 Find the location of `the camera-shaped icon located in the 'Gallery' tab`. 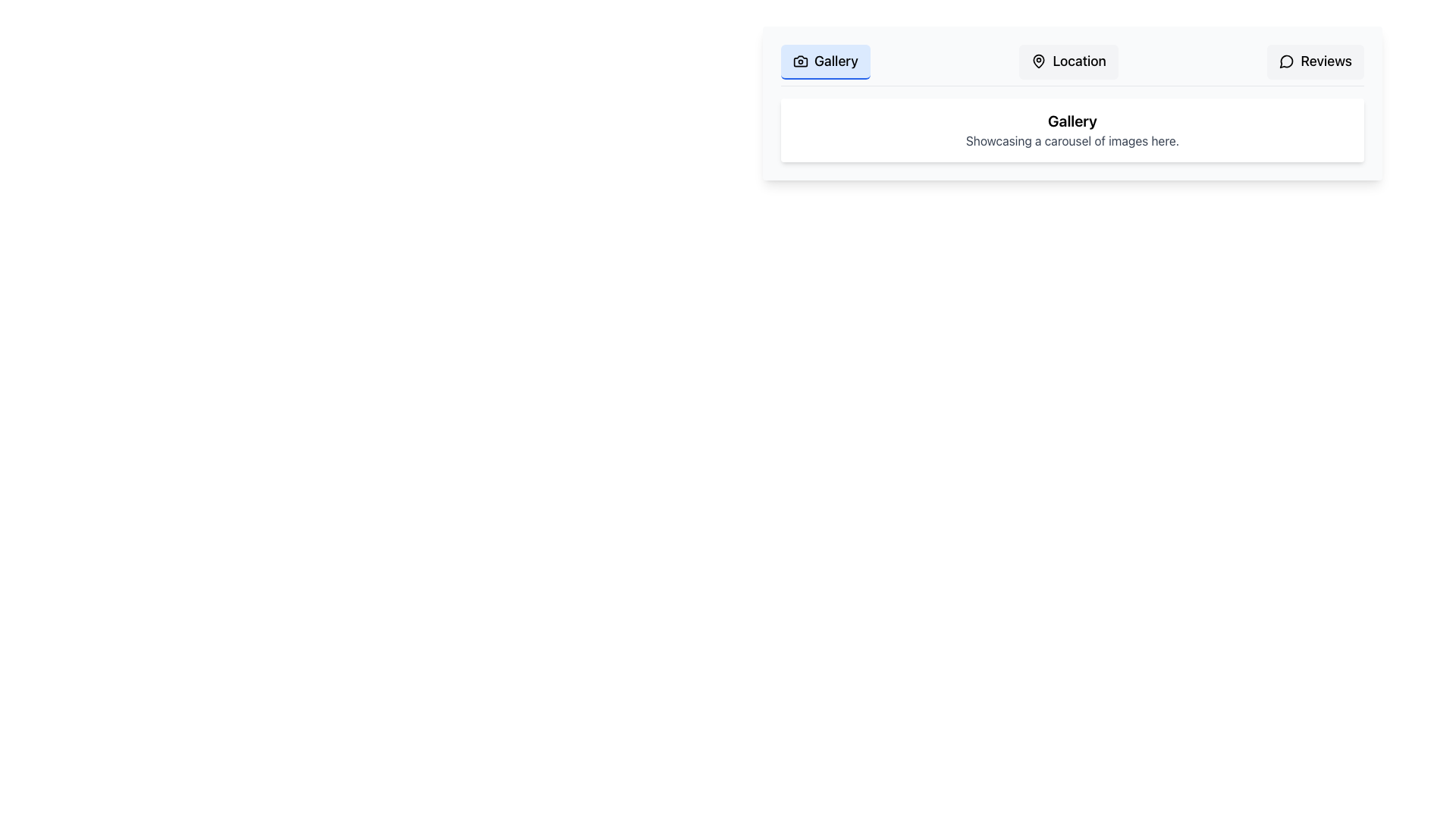

the camera-shaped icon located in the 'Gallery' tab is located at coordinates (800, 61).